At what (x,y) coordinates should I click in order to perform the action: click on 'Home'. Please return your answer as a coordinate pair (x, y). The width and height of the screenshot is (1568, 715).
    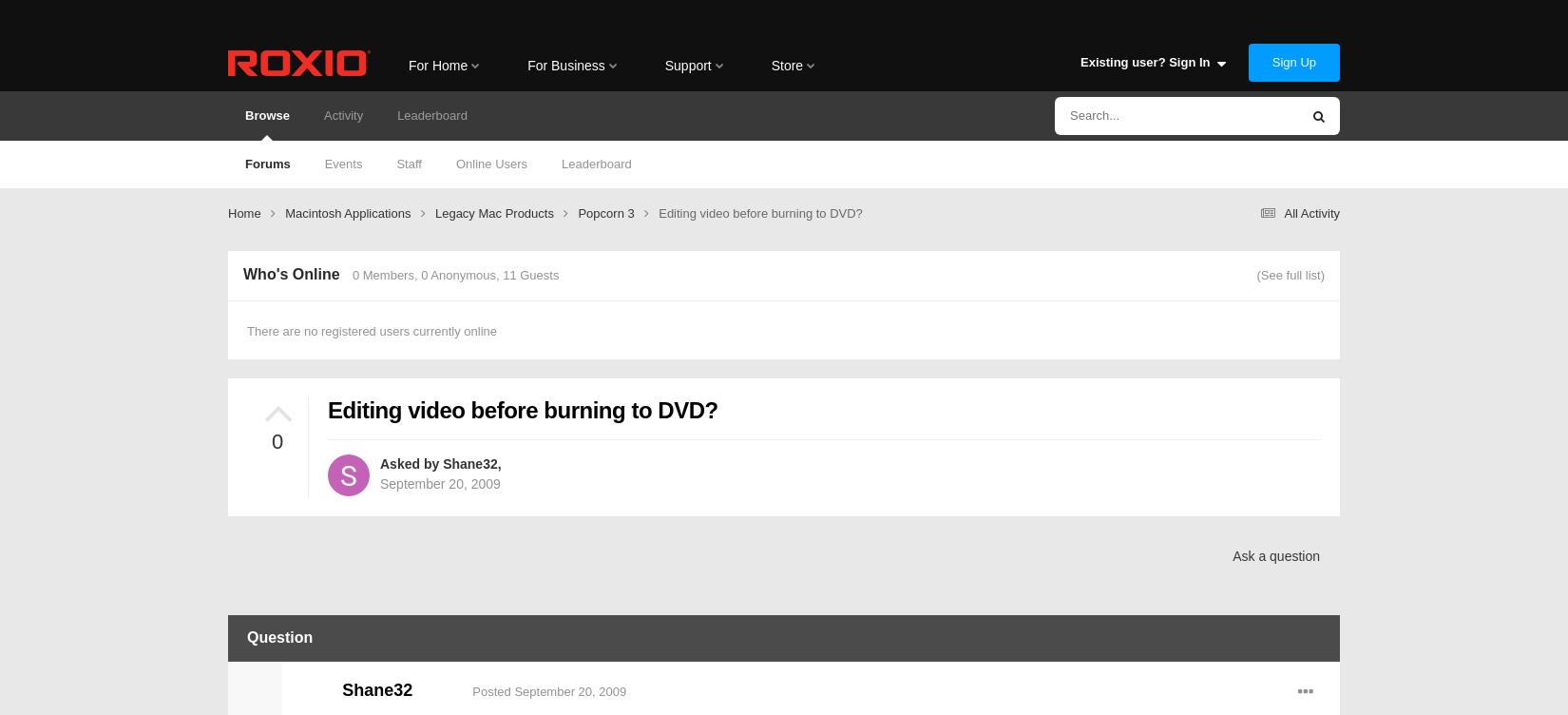
    Looking at the image, I should click on (246, 212).